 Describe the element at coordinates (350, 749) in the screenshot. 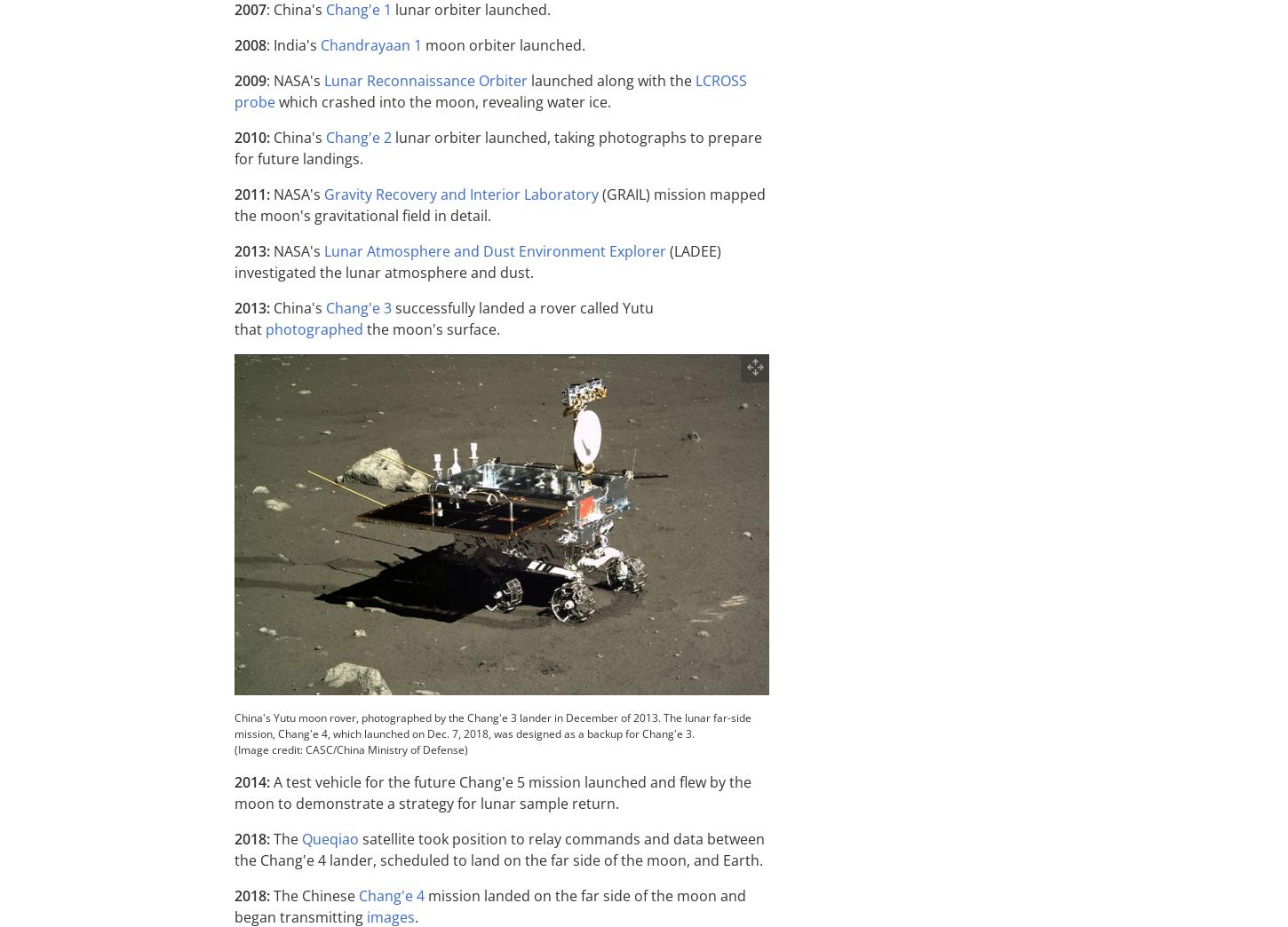

I see `'(Image credit: CASC/China Ministry of Defense)'` at that location.